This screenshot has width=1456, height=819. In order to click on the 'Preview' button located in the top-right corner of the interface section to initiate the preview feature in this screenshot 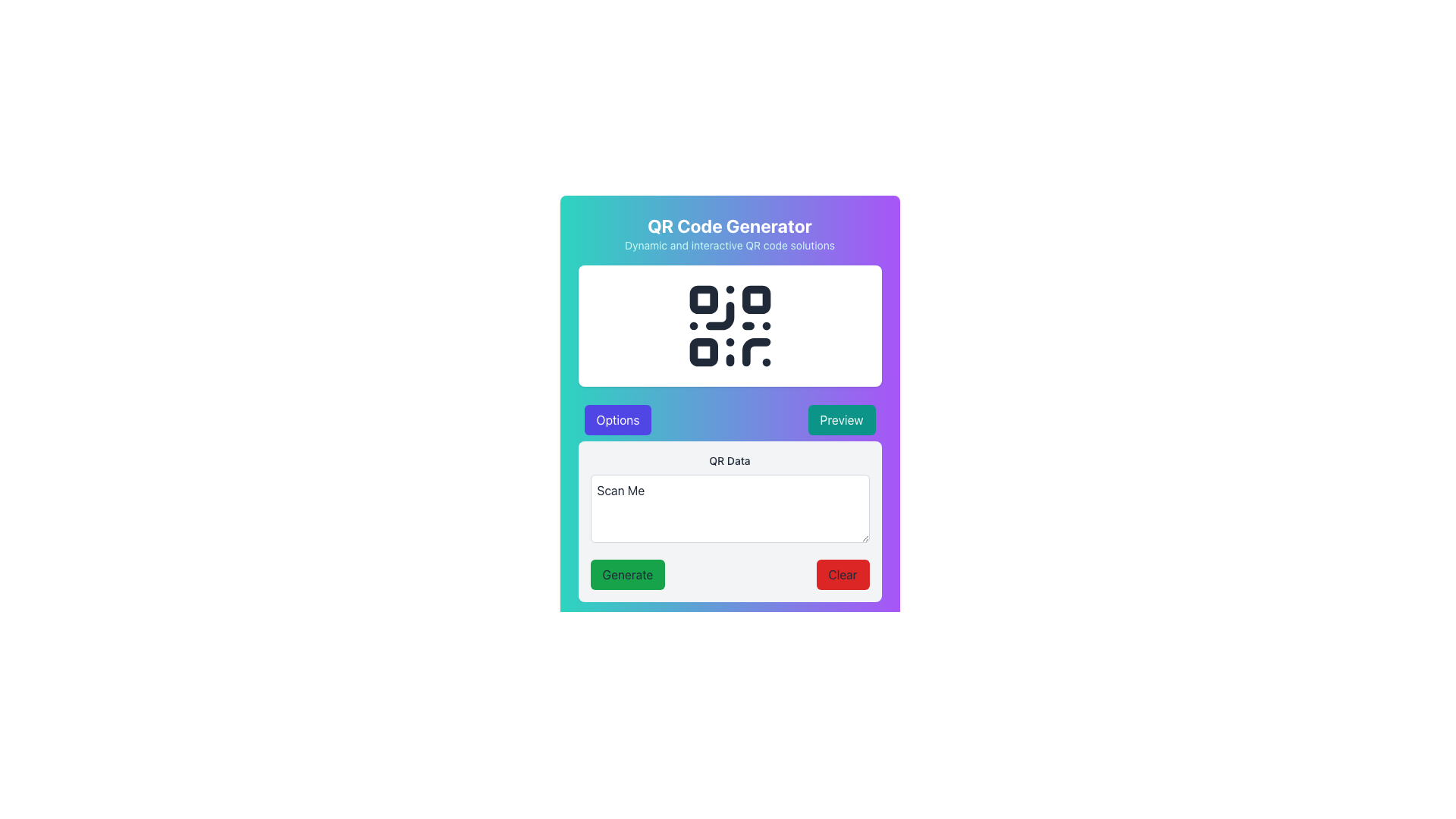, I will do `click(840, 420)`.